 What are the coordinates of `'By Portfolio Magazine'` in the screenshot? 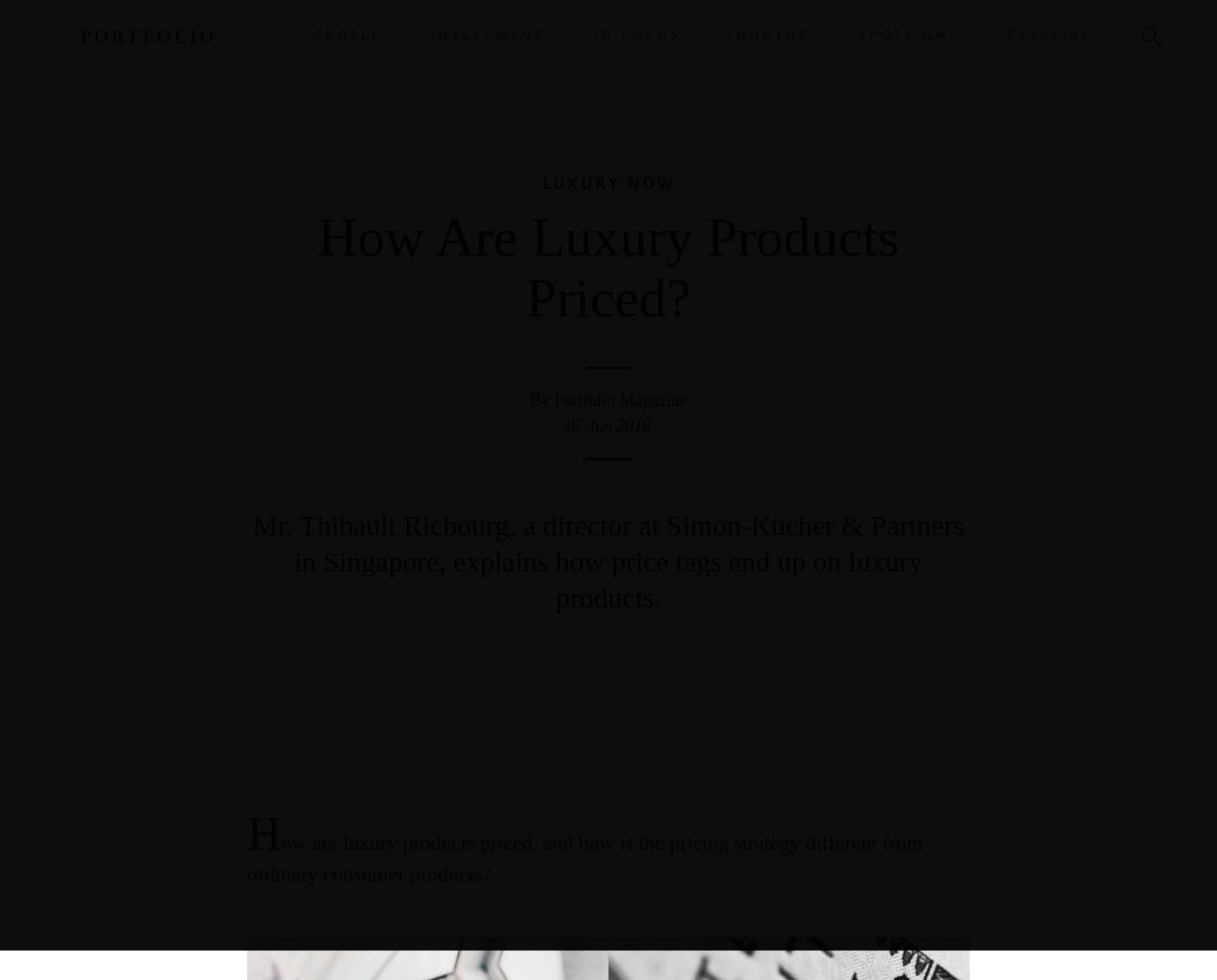 It's located at (607, 399).